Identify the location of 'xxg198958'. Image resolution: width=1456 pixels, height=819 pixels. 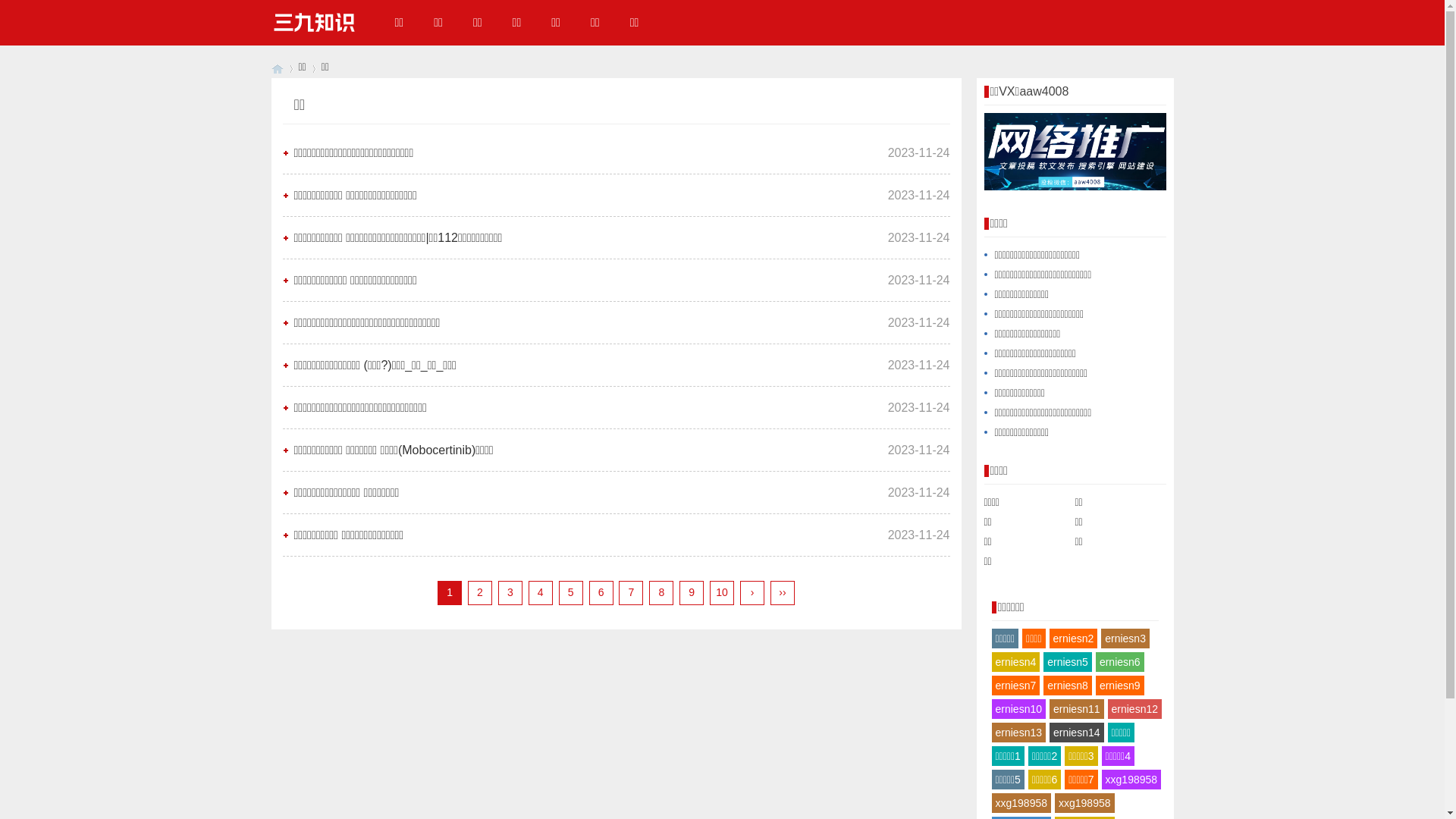
(1021, 802).